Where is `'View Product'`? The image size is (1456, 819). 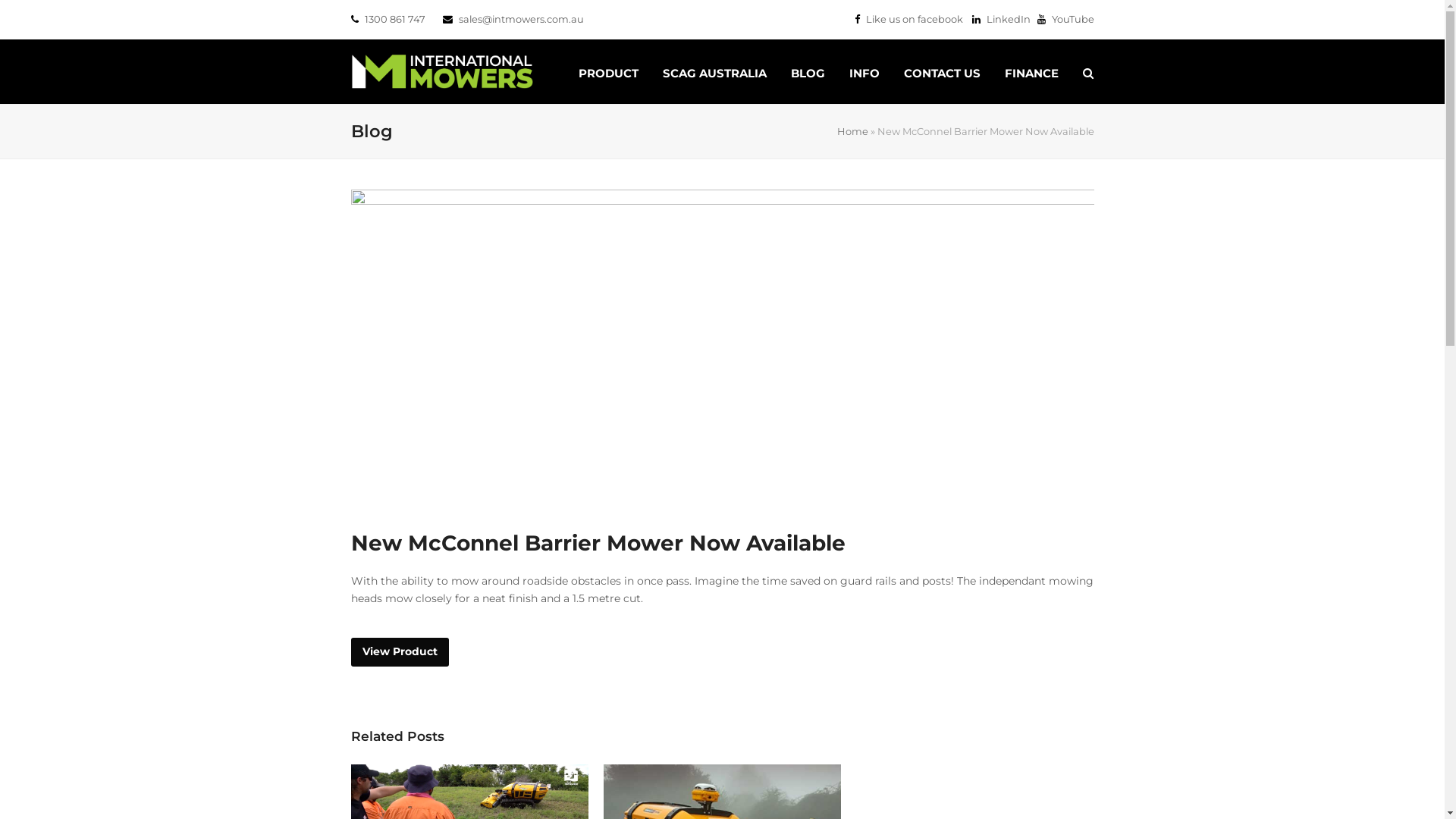
'View Product' is located at coordinates (399, 651).